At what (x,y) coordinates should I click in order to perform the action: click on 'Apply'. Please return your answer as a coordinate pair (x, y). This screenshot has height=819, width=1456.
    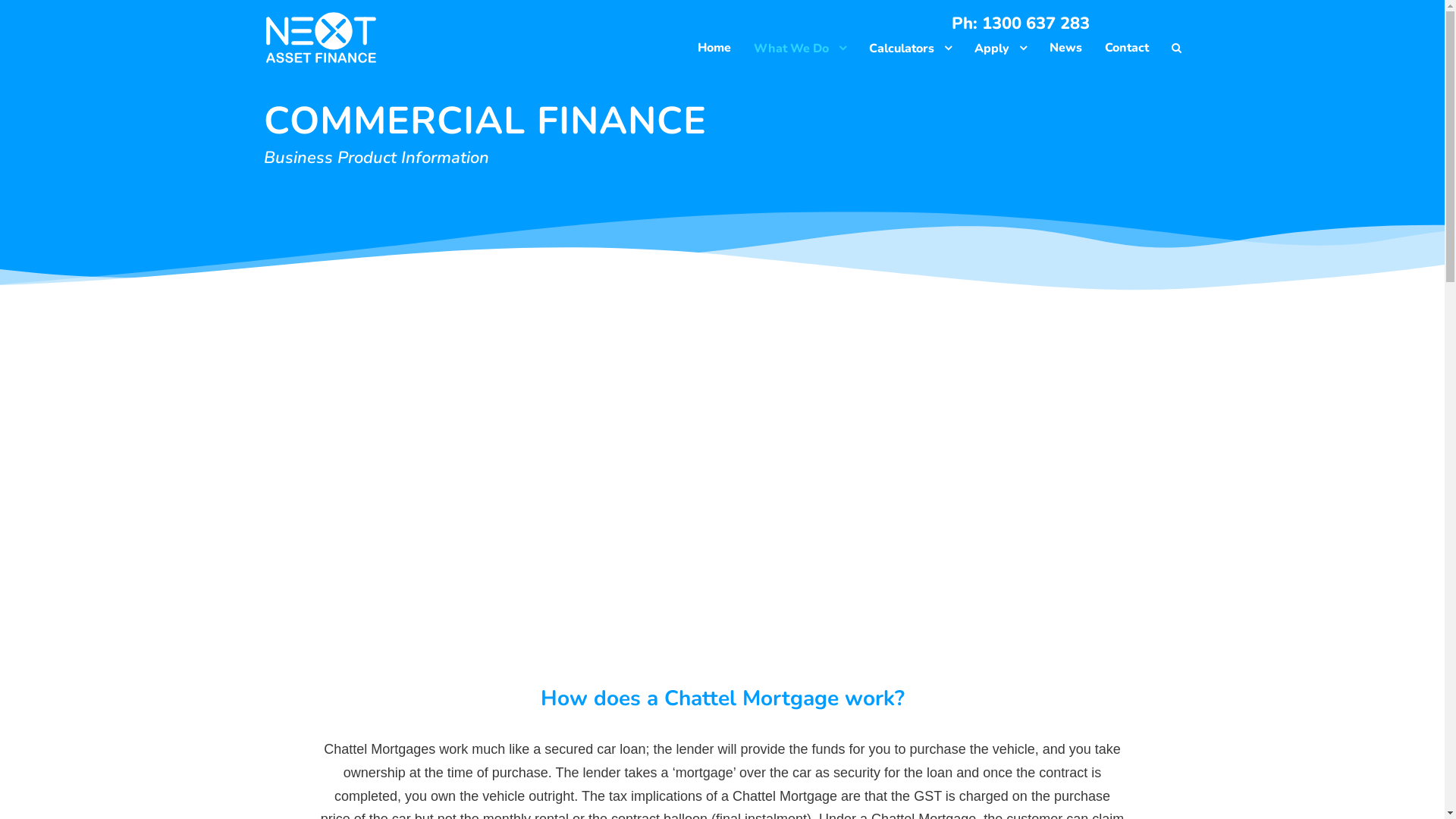
    Looking at the image, I should click on (973, 52).